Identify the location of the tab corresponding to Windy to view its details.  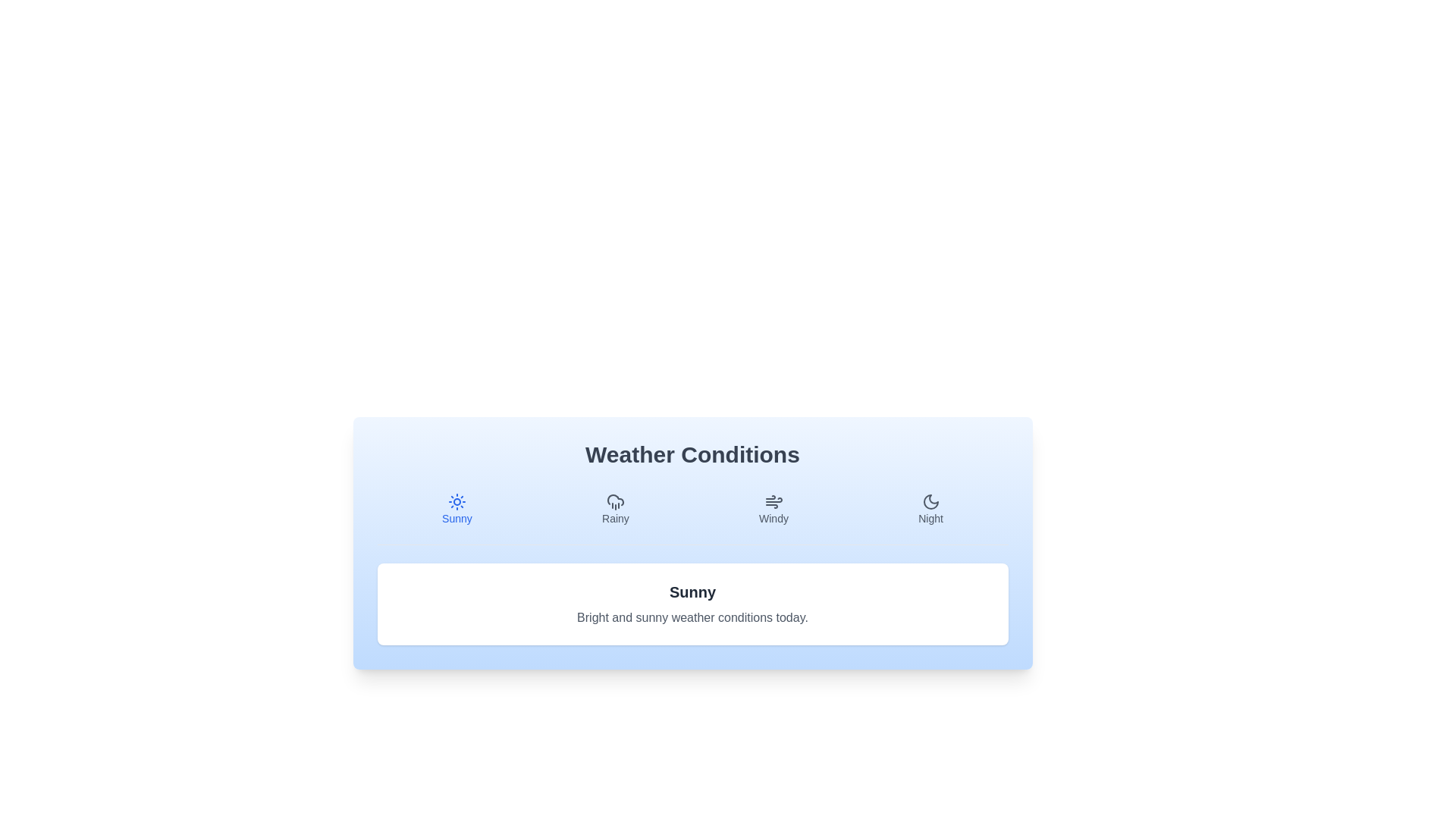
(773, 509).